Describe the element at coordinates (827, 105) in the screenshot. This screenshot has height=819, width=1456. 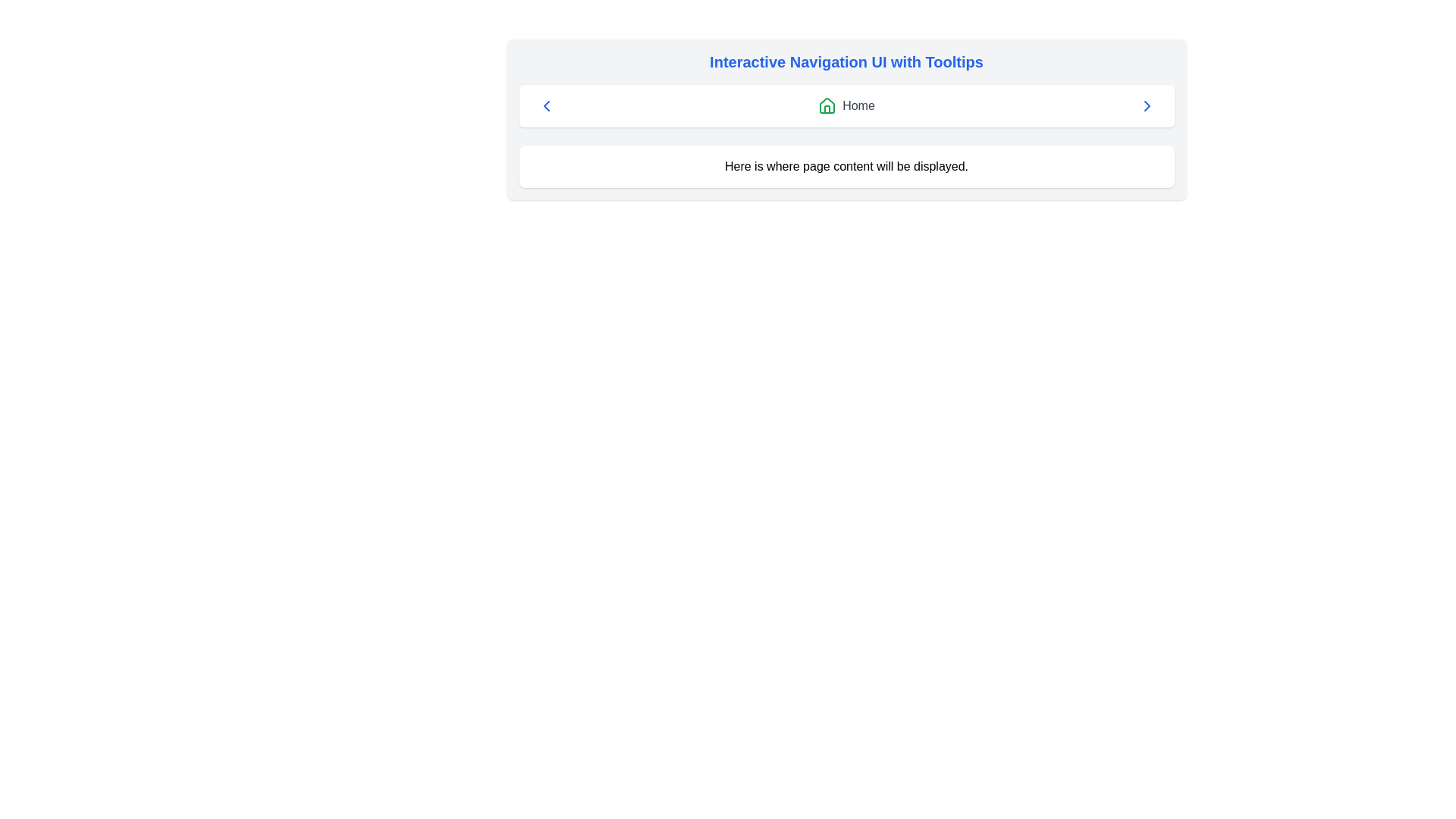
I see `the appearance of the green house icon located on the left side of the 'Home' text in the navigation bar` at that location.